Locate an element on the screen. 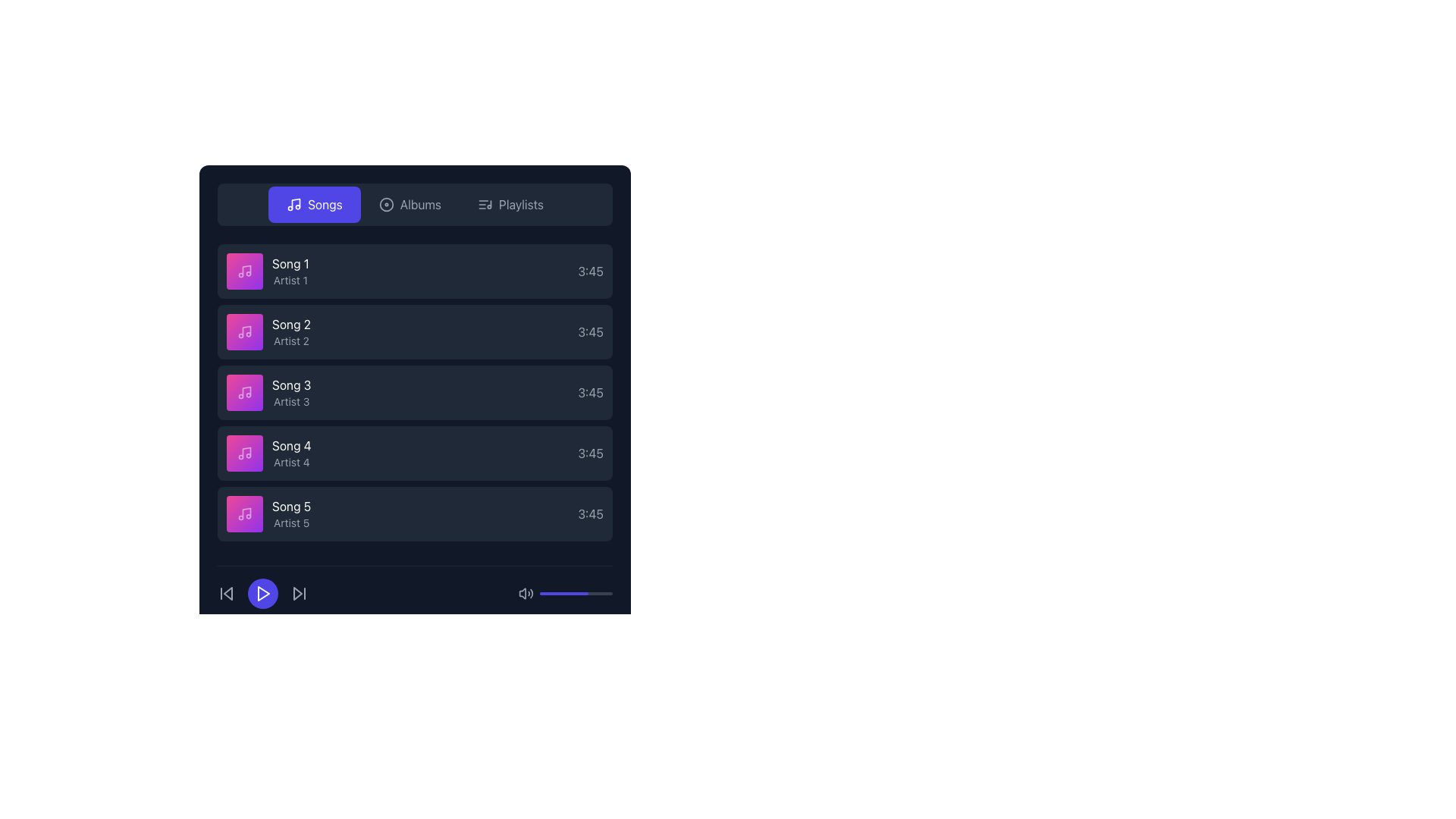 This screenshot has height=819, width=1456. the volume is located at coordinates (609, 593).